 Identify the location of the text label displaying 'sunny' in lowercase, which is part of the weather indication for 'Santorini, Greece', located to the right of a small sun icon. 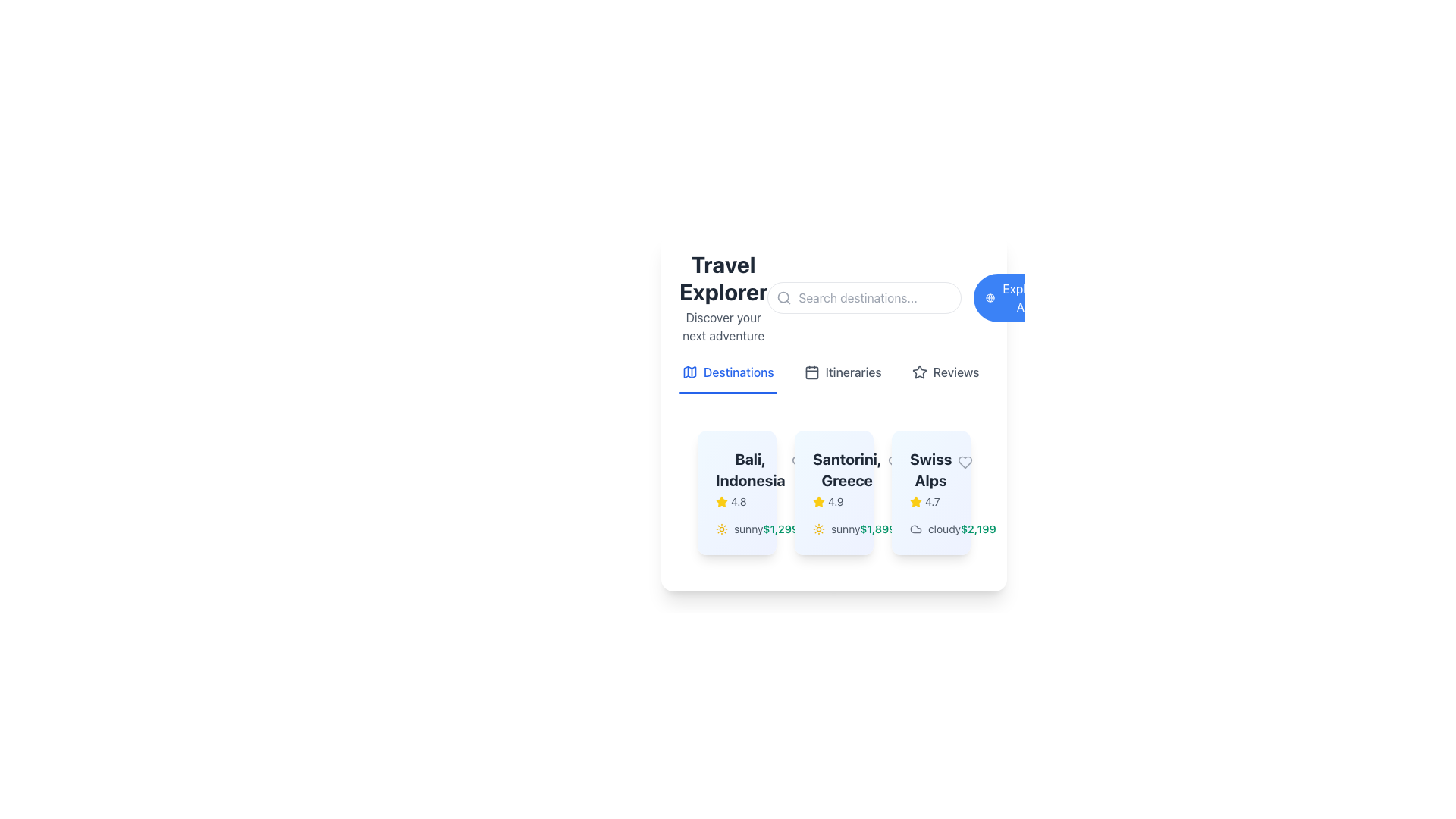
(845, 529).